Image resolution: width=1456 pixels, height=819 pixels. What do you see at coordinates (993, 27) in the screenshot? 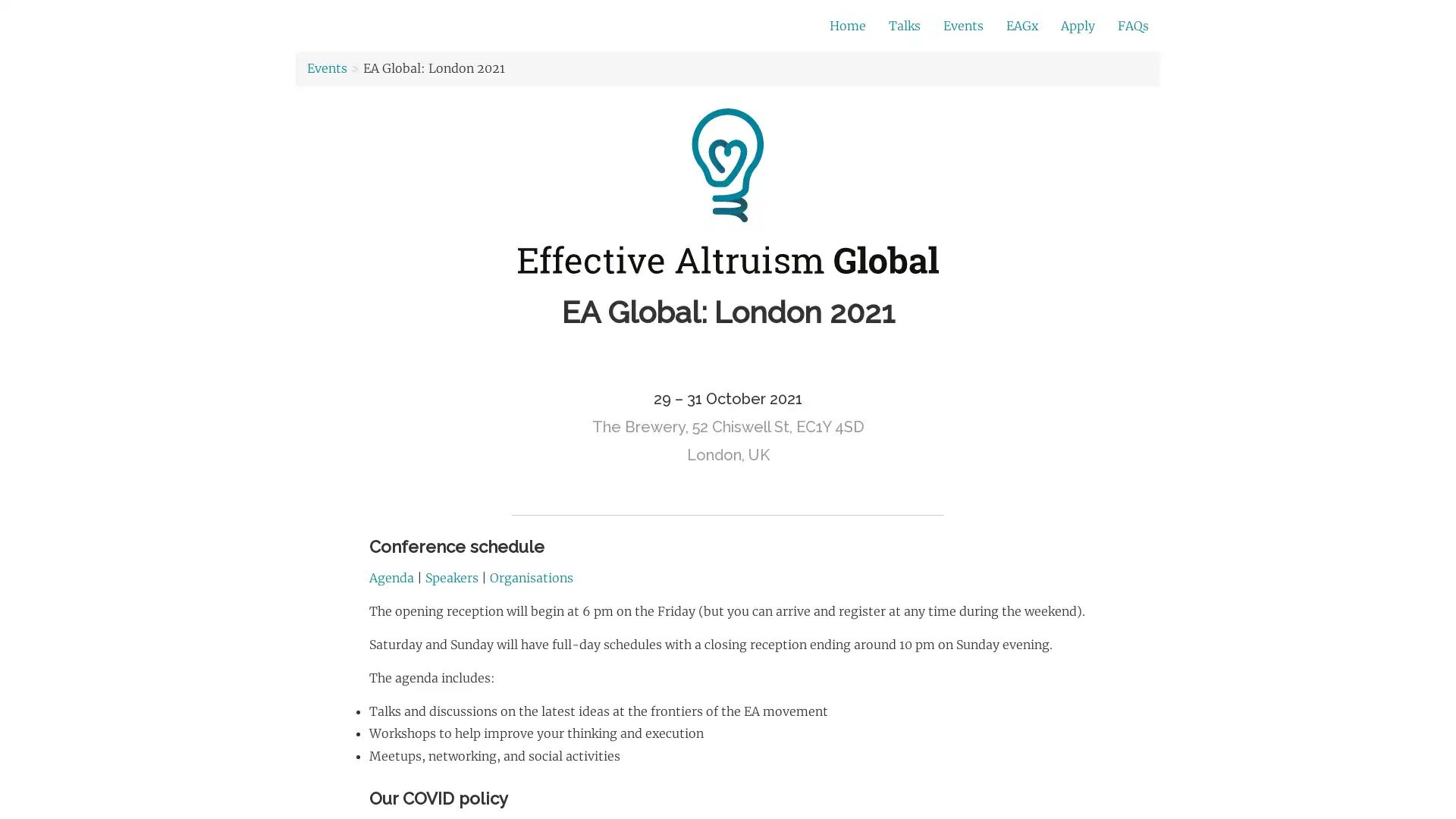
I see `Join` at bounding box center [993, 27].